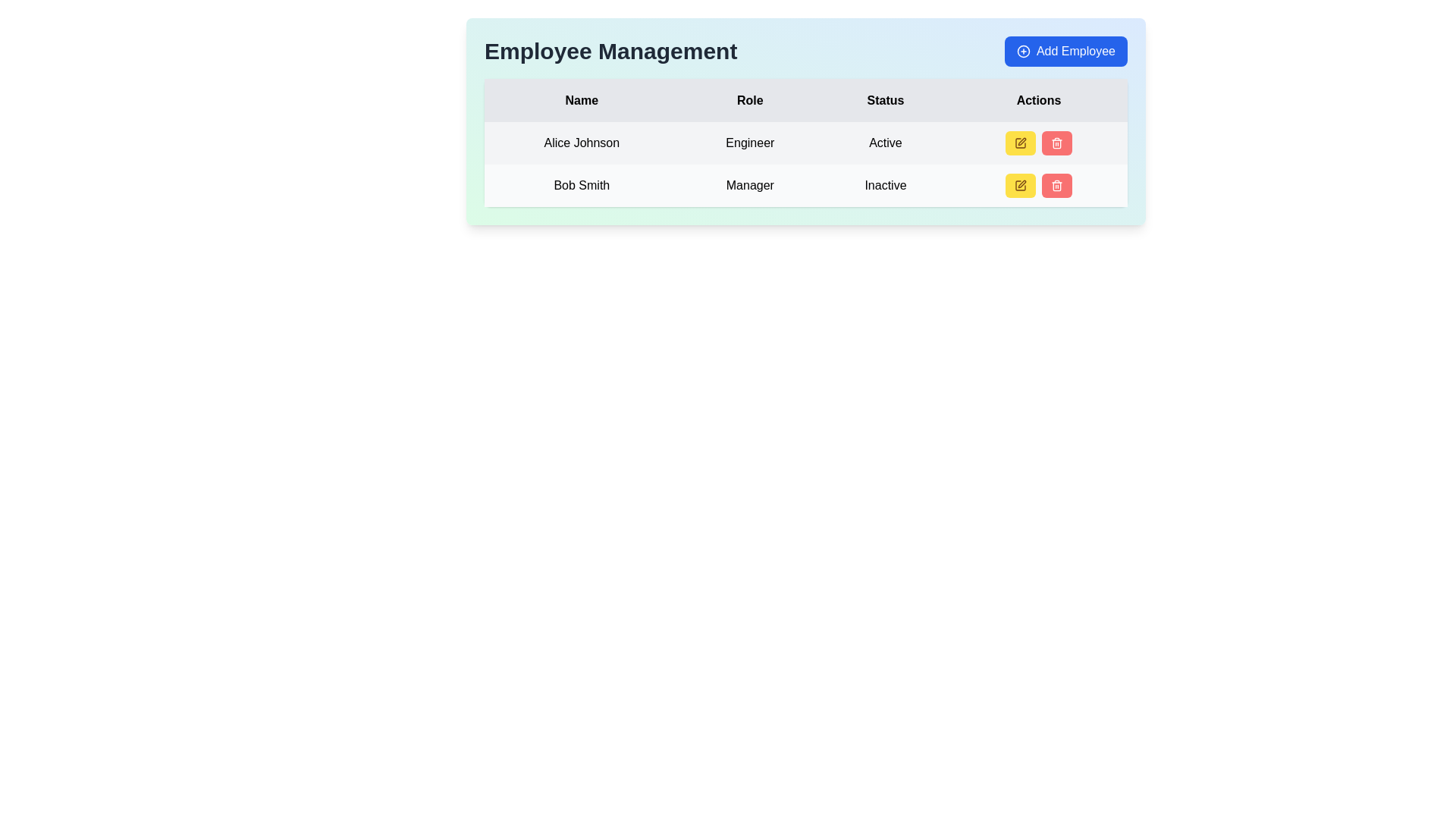  What do you see at coordinates (581, 100) in the screenshot?
I see `the static text label displaying 'Name', which is the first label in a header row of a table, positioned at the top-left corner of the main content area` at bounding box center [581, 100].